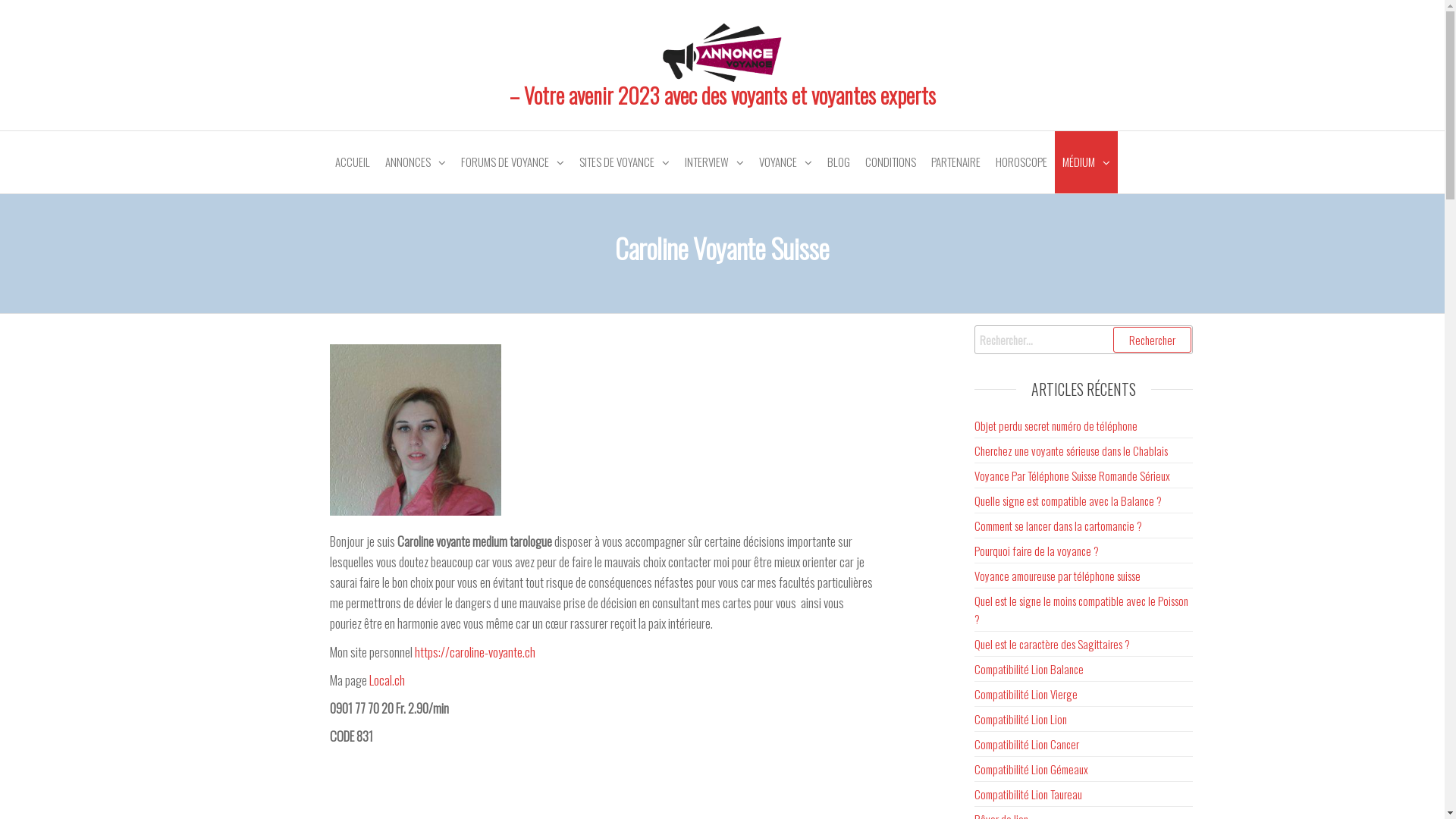 The height and width of the screenshot is (819, 1456). What do you see at coordinates (712, 162) in the screenshot?
I see `'INTERVIEW'` at bounding box center [712, 162].